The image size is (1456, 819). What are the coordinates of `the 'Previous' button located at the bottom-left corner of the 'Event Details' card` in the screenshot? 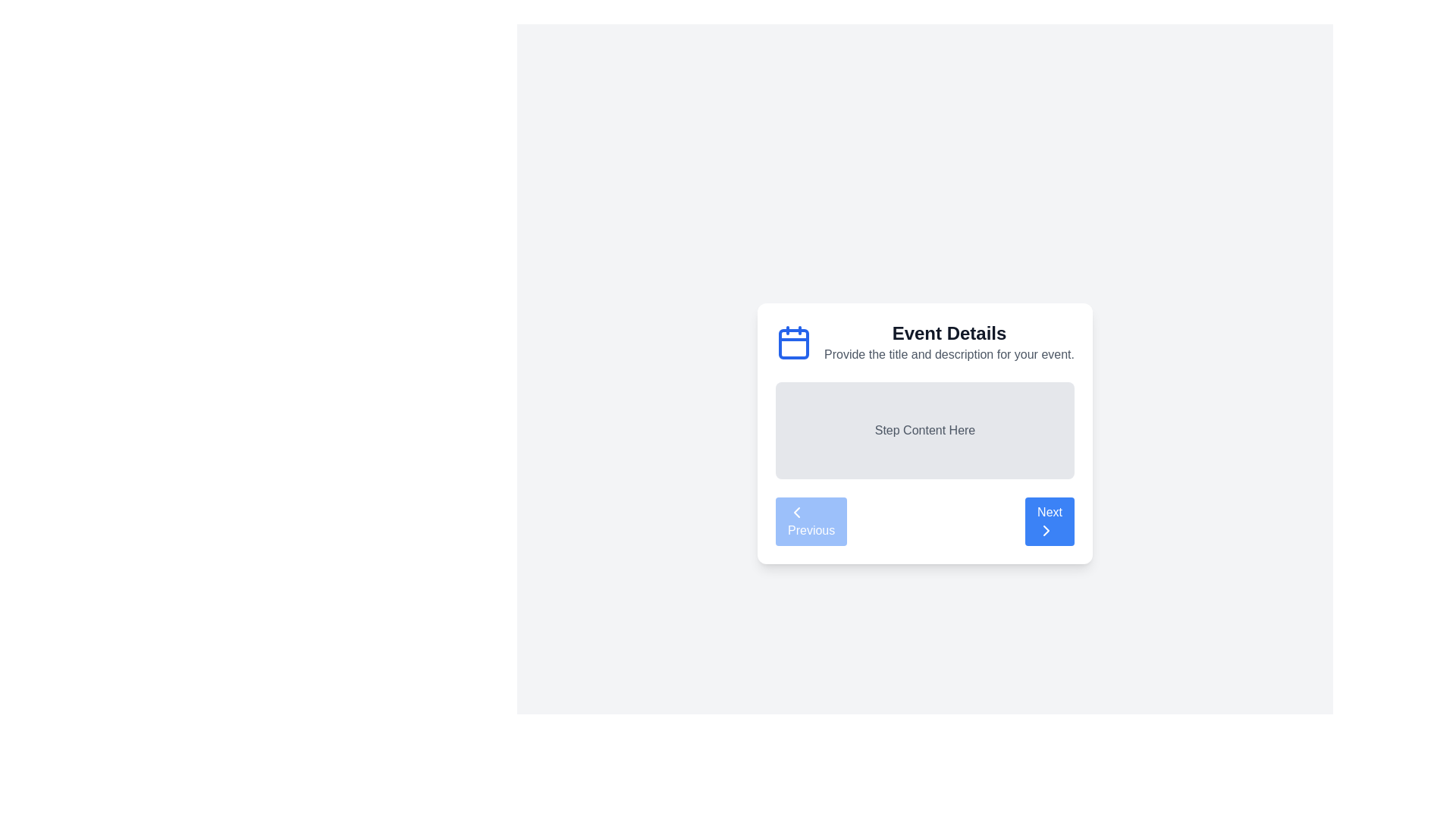 It's located at (796, 512).